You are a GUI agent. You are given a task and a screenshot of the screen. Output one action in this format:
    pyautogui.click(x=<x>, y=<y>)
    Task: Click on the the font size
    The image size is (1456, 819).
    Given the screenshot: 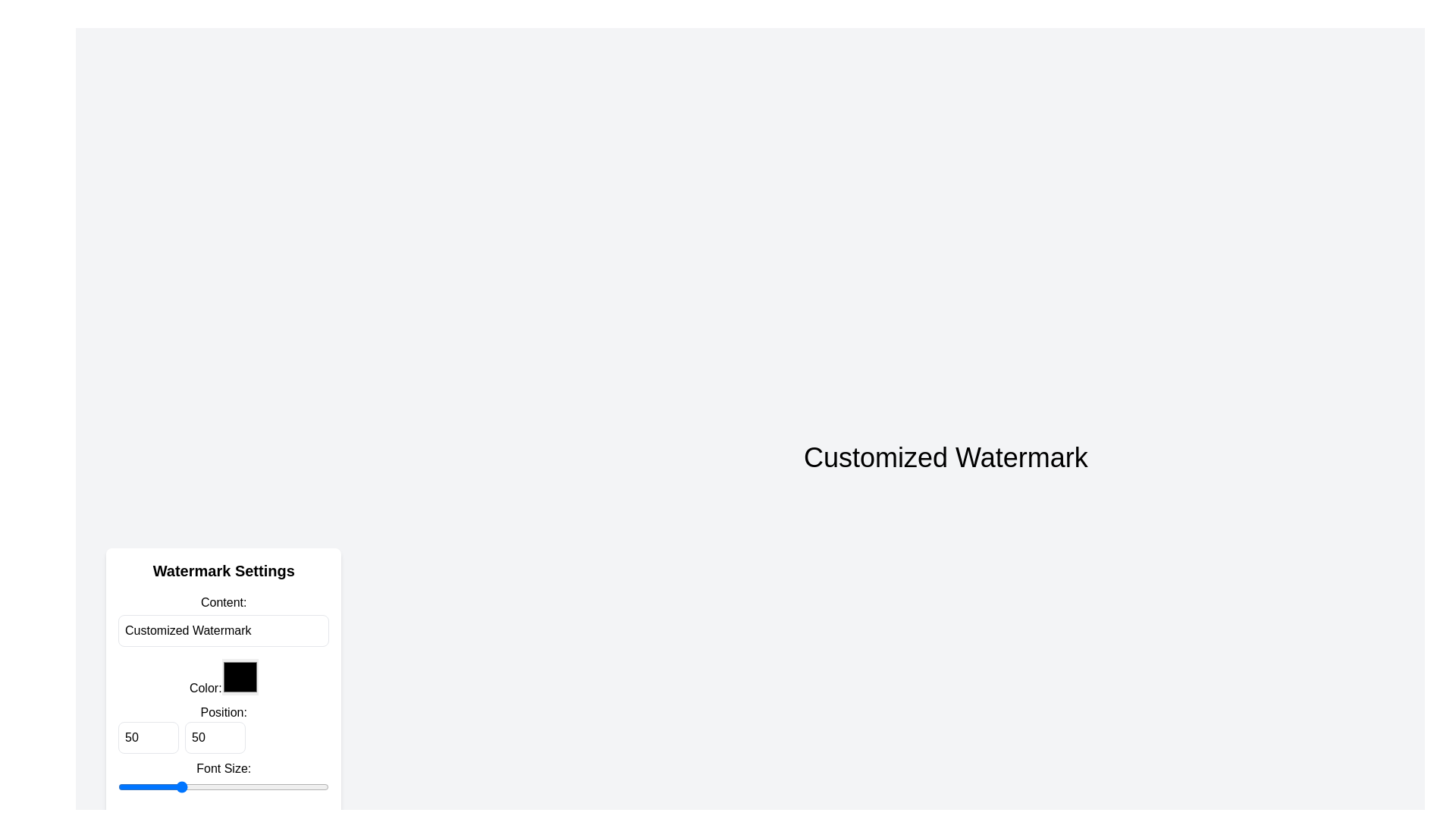 What is the action you would take?
    pyautogui.click(x=234, y=786)
    